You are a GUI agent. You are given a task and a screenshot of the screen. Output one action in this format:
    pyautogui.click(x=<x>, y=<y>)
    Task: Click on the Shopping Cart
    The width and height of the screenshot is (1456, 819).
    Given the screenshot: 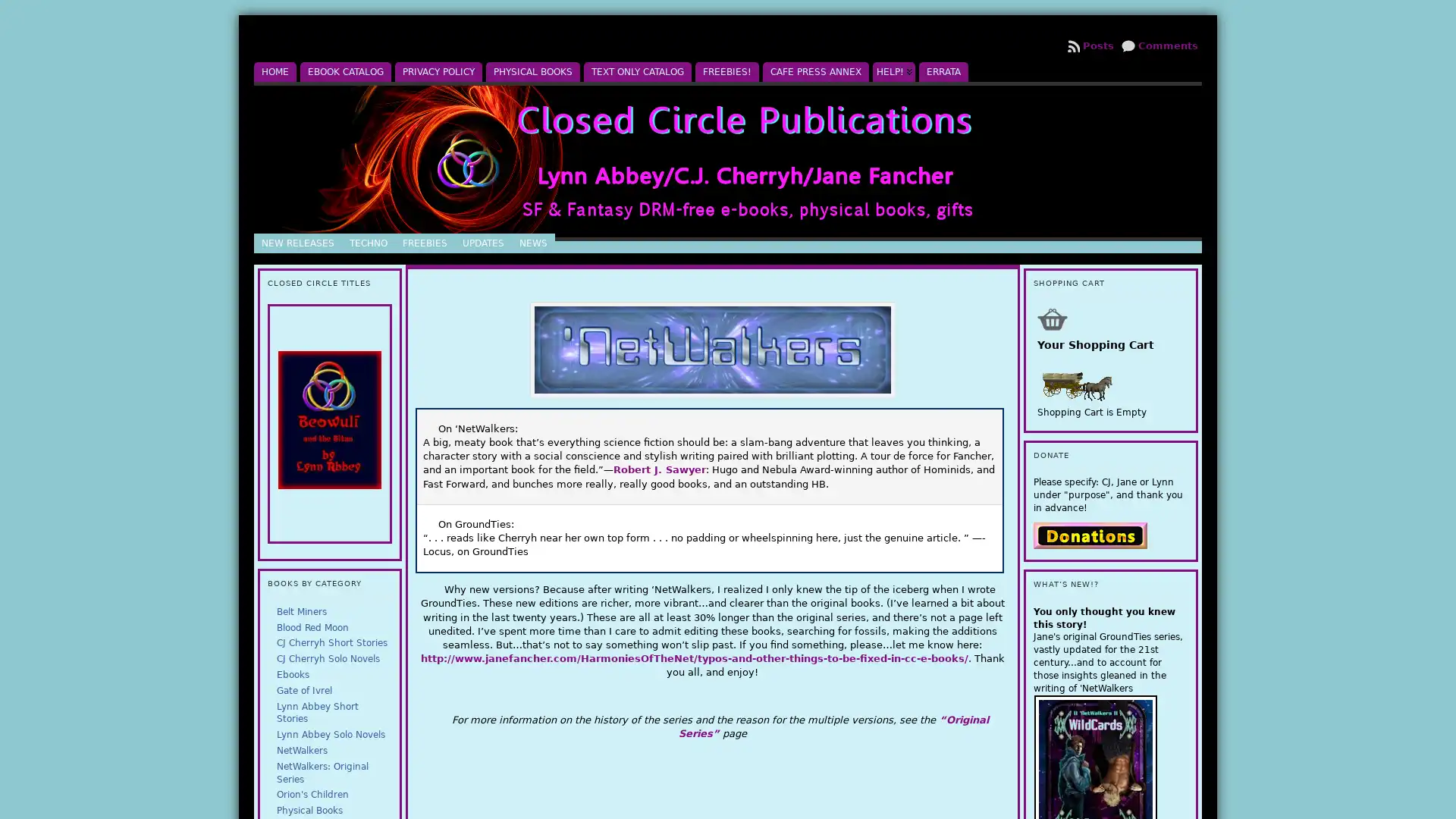 What is the action you would take?
    pyautogui.click(x=1051, y=318)
    